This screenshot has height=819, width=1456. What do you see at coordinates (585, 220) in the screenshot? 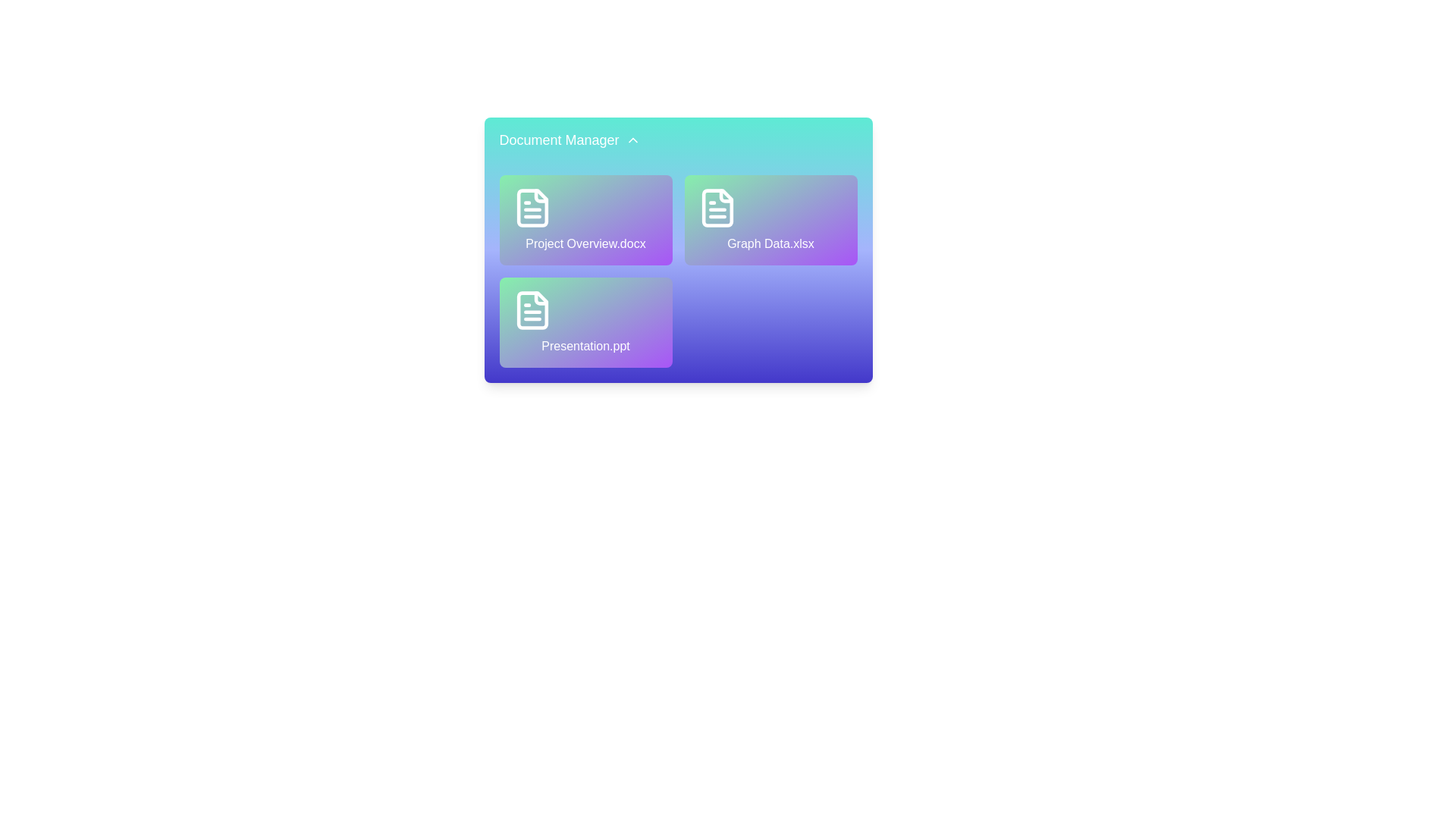
I see `the file named Project Overview.docx` at bounding box center [585, 220].